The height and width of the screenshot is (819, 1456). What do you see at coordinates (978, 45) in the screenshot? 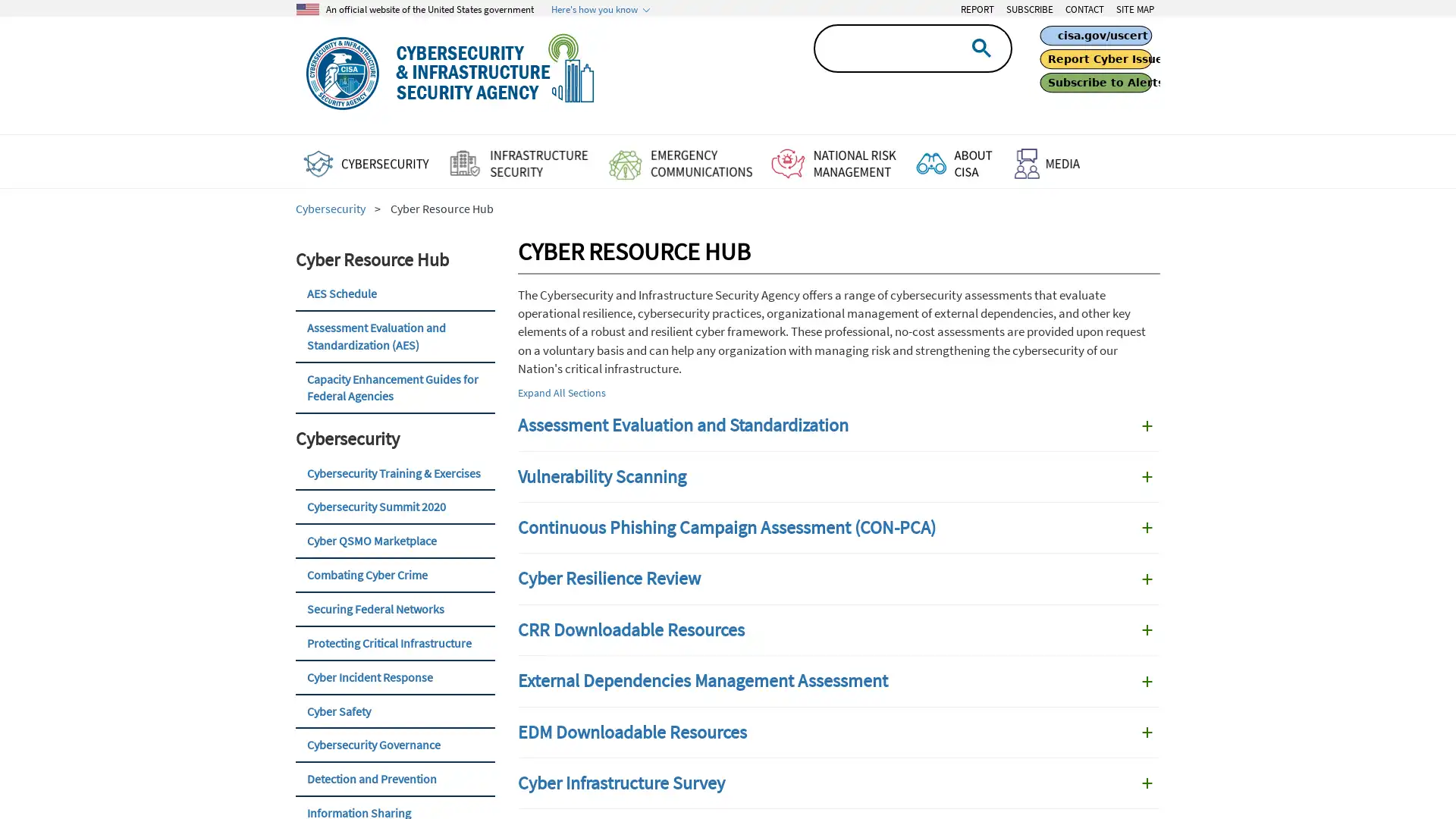
I see `search` at bounding box center [978, 45].